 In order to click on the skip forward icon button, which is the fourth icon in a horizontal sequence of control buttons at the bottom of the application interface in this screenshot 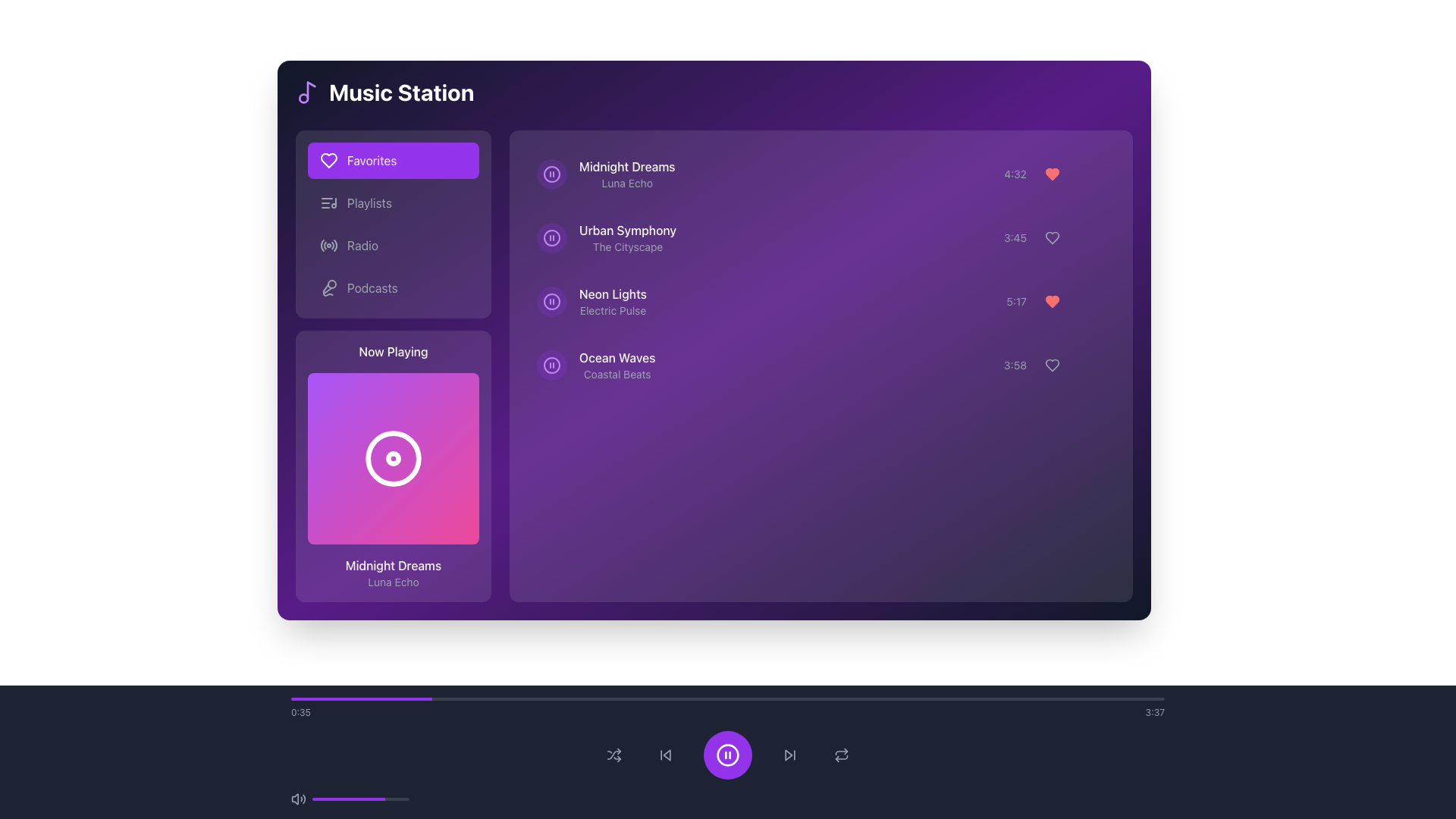, I will do `click(789, 755)`.